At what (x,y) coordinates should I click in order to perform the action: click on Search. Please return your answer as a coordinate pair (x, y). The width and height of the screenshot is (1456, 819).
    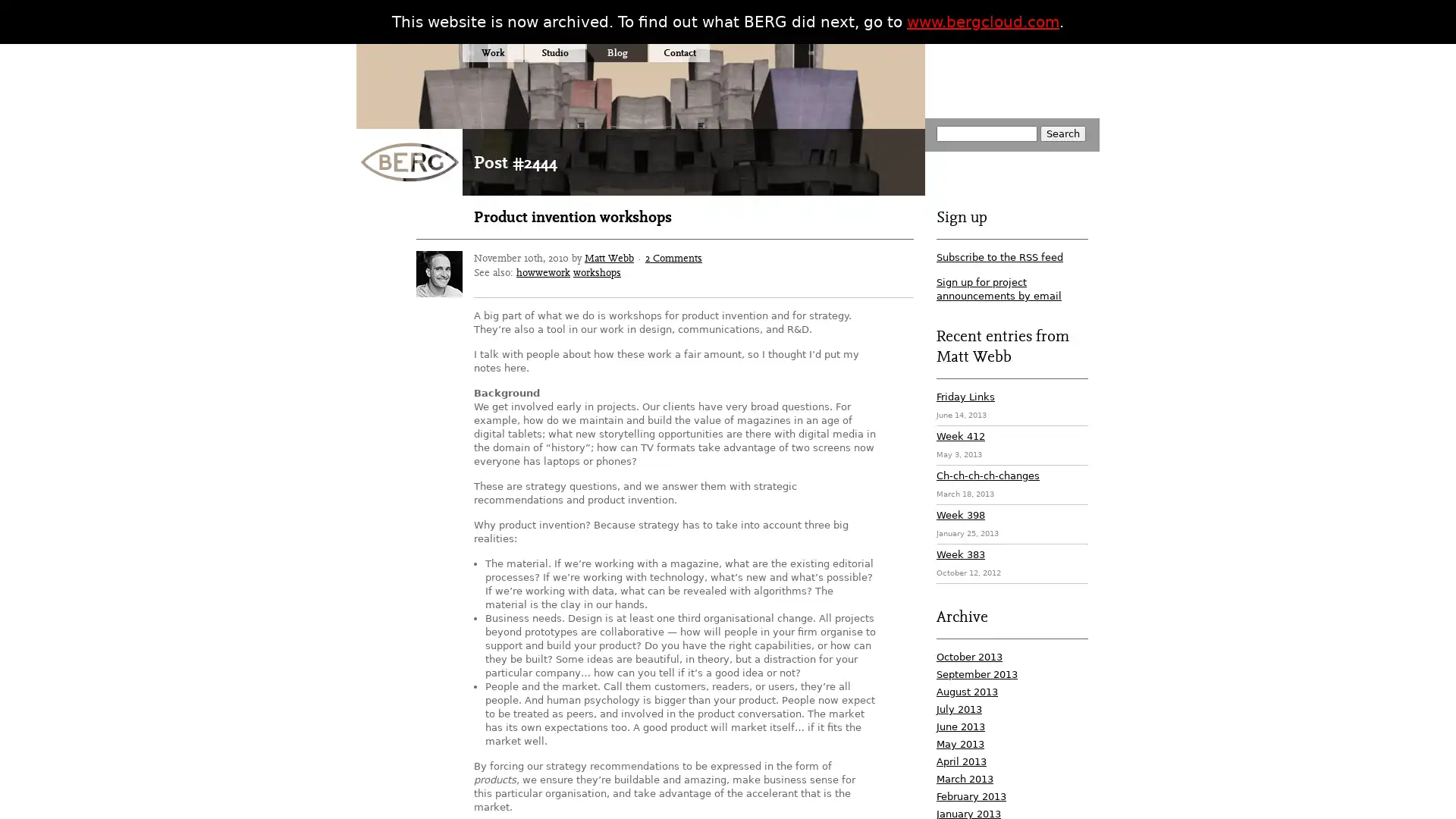
    Looking at the image, I should click on (1062, 133).